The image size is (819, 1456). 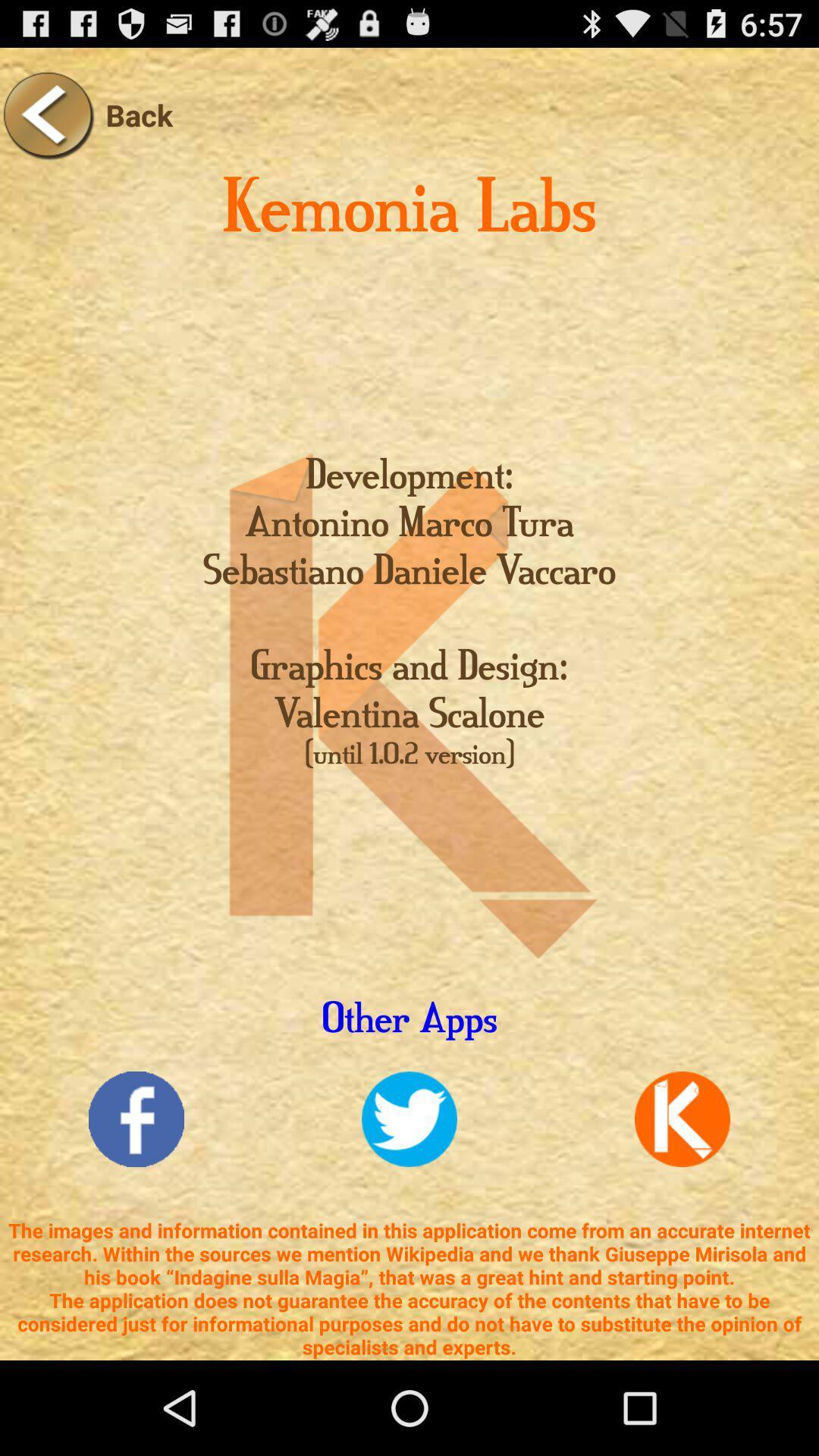 What do you see at coordinates (681, 1119) in the screenshot?
I see `open kemonia app` at bounding box center [681, 1119].